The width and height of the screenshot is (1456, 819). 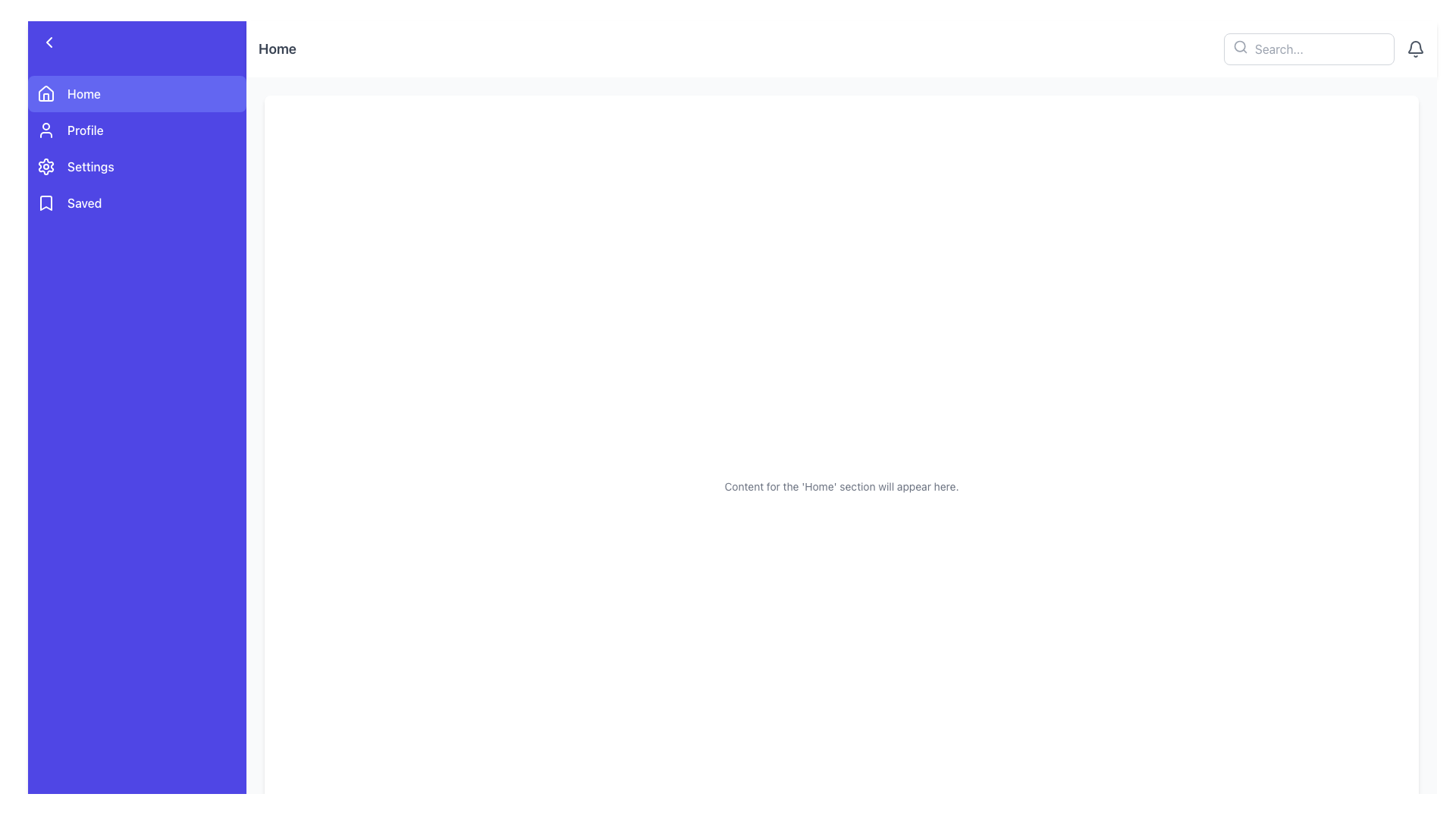 What do you see at coordinates (137, 202) in the screenshot?
I see `the 'Saved' navigation button` at bounding box center [137, 202].